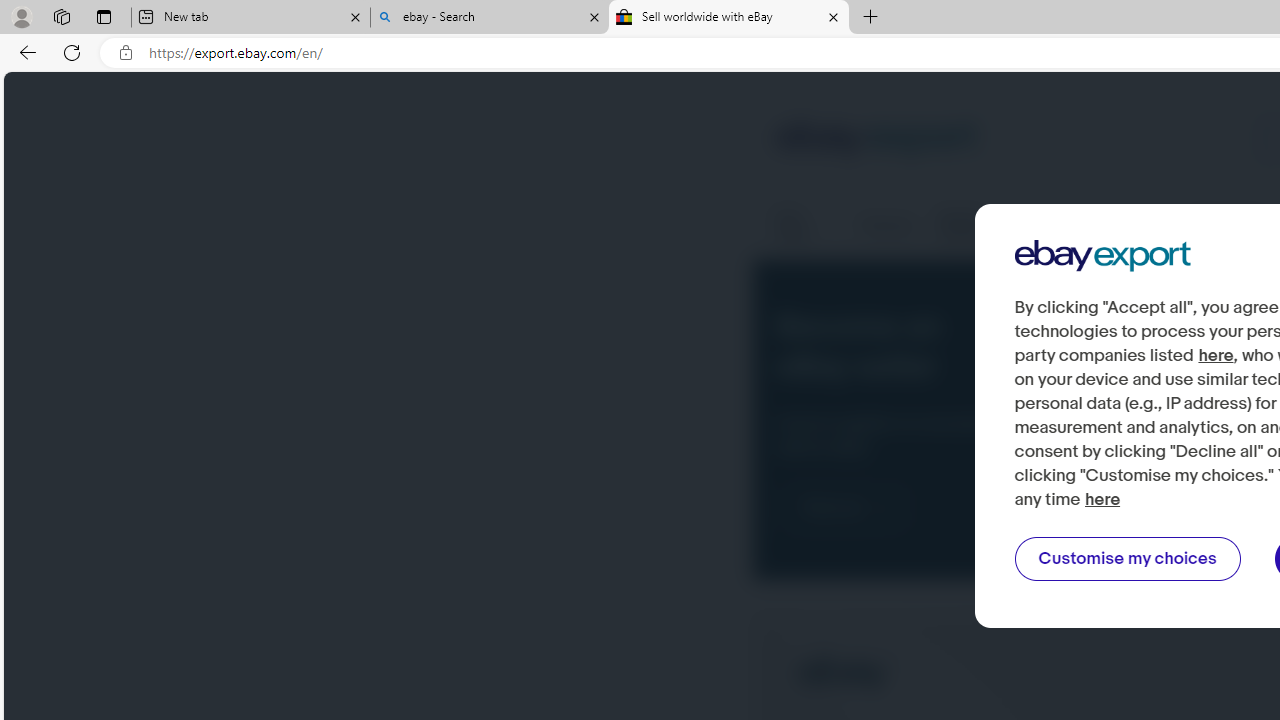 Image resolution: width=1280 pixels, height=720 pixels. I want to click on 'Close tab', so click(833, 17).